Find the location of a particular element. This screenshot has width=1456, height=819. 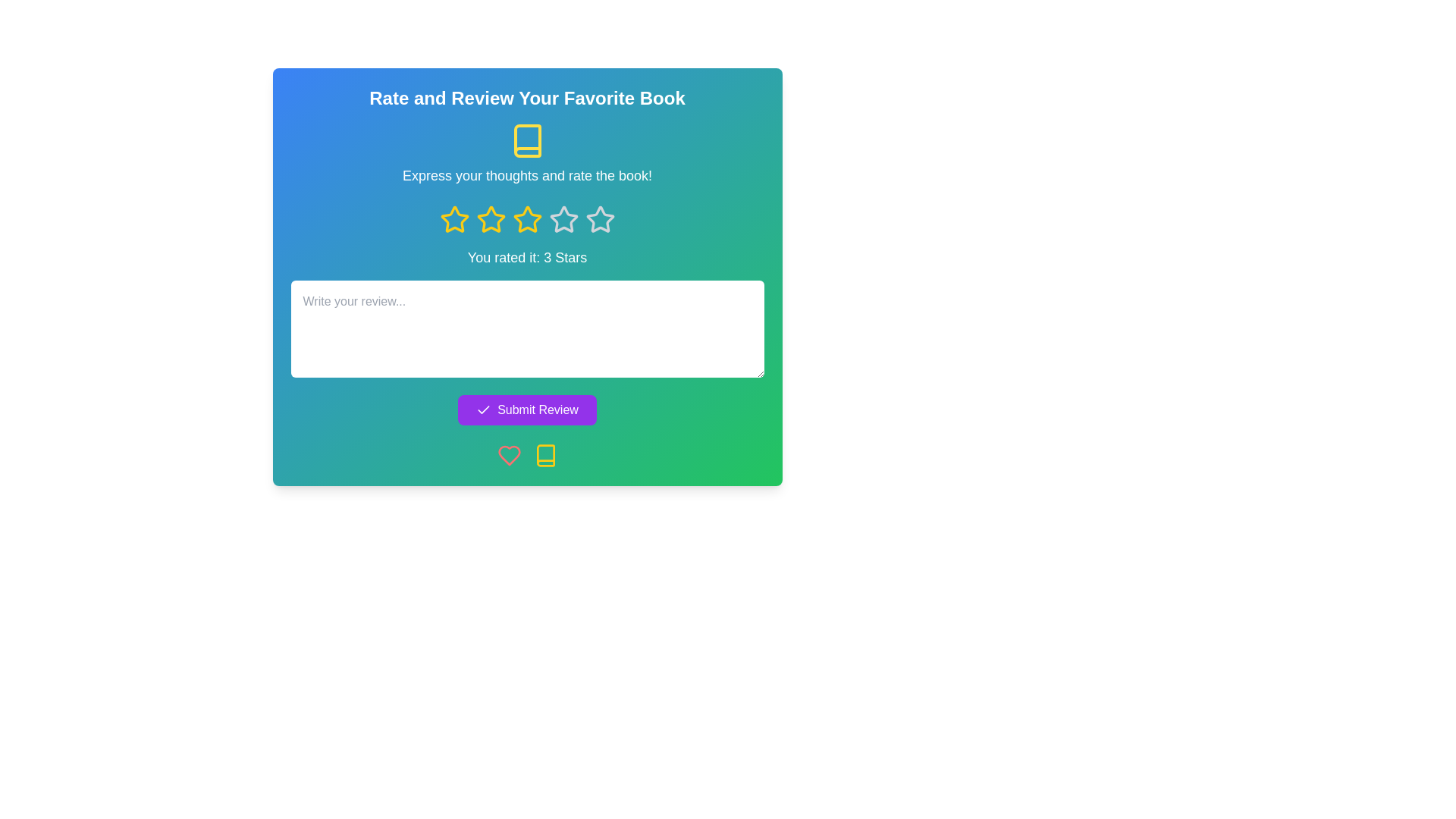

the static text heading at the top center of the dialog box, which provides a concise description of the dialog's purpose is located at coordinates (527, 99).